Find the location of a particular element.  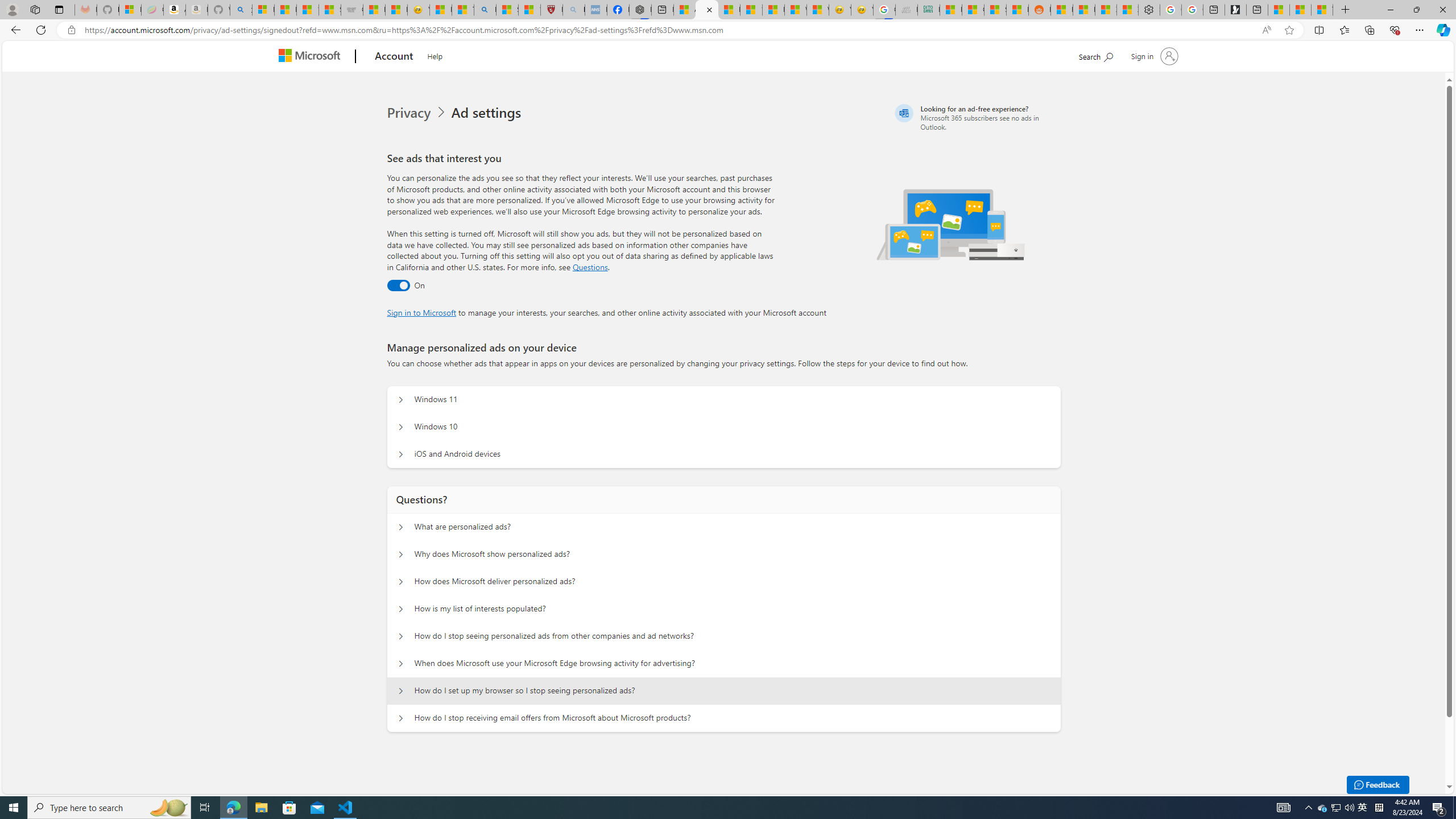

'Questions? What are personalized ads?' is located at coordinates (401, 527).